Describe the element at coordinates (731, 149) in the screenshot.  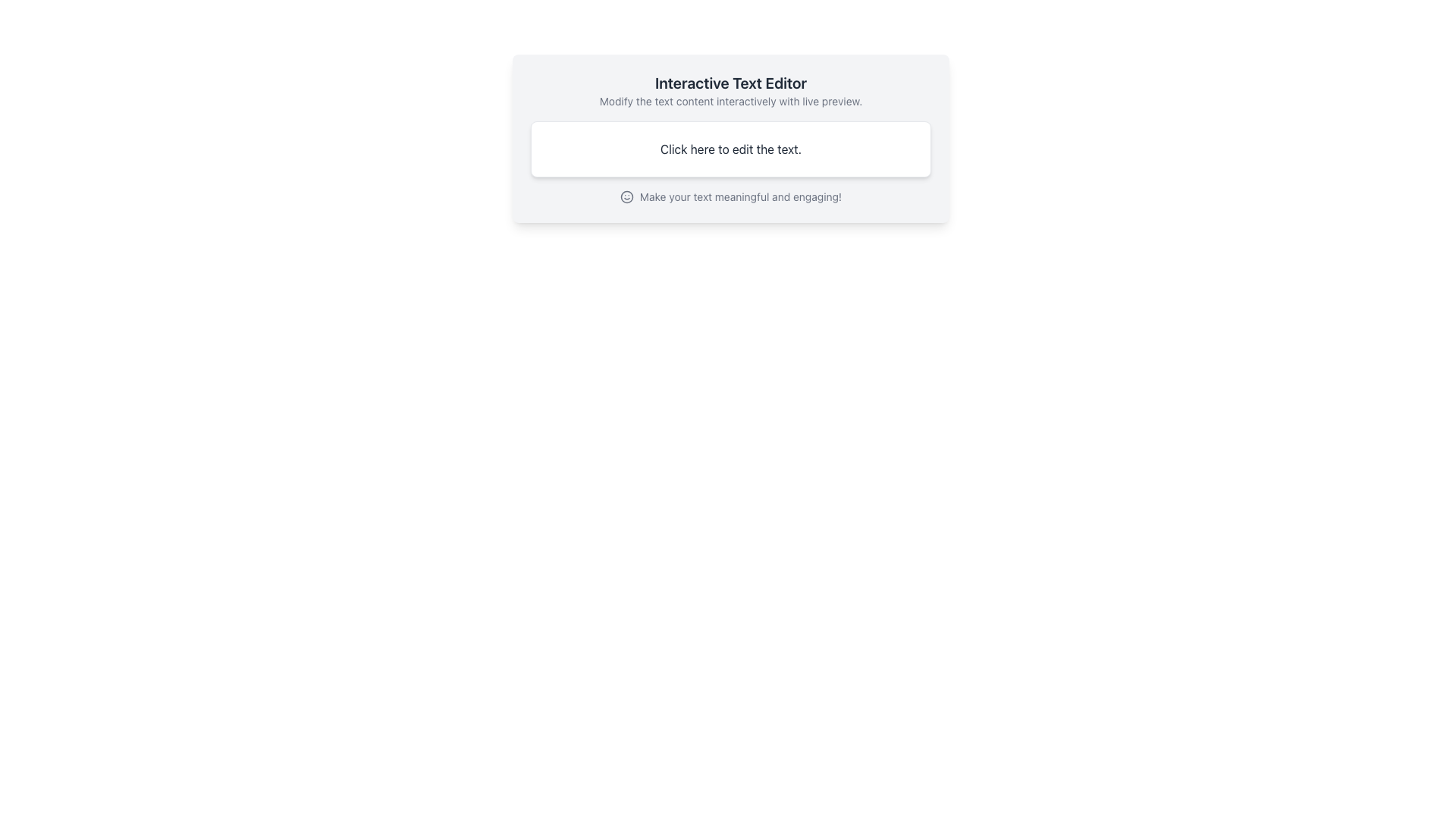
I see `the Text Display Area located below the heading 'Interactive Text Editor' and the subtitle 'Modify the text content interactively with live preview.'` at that location.